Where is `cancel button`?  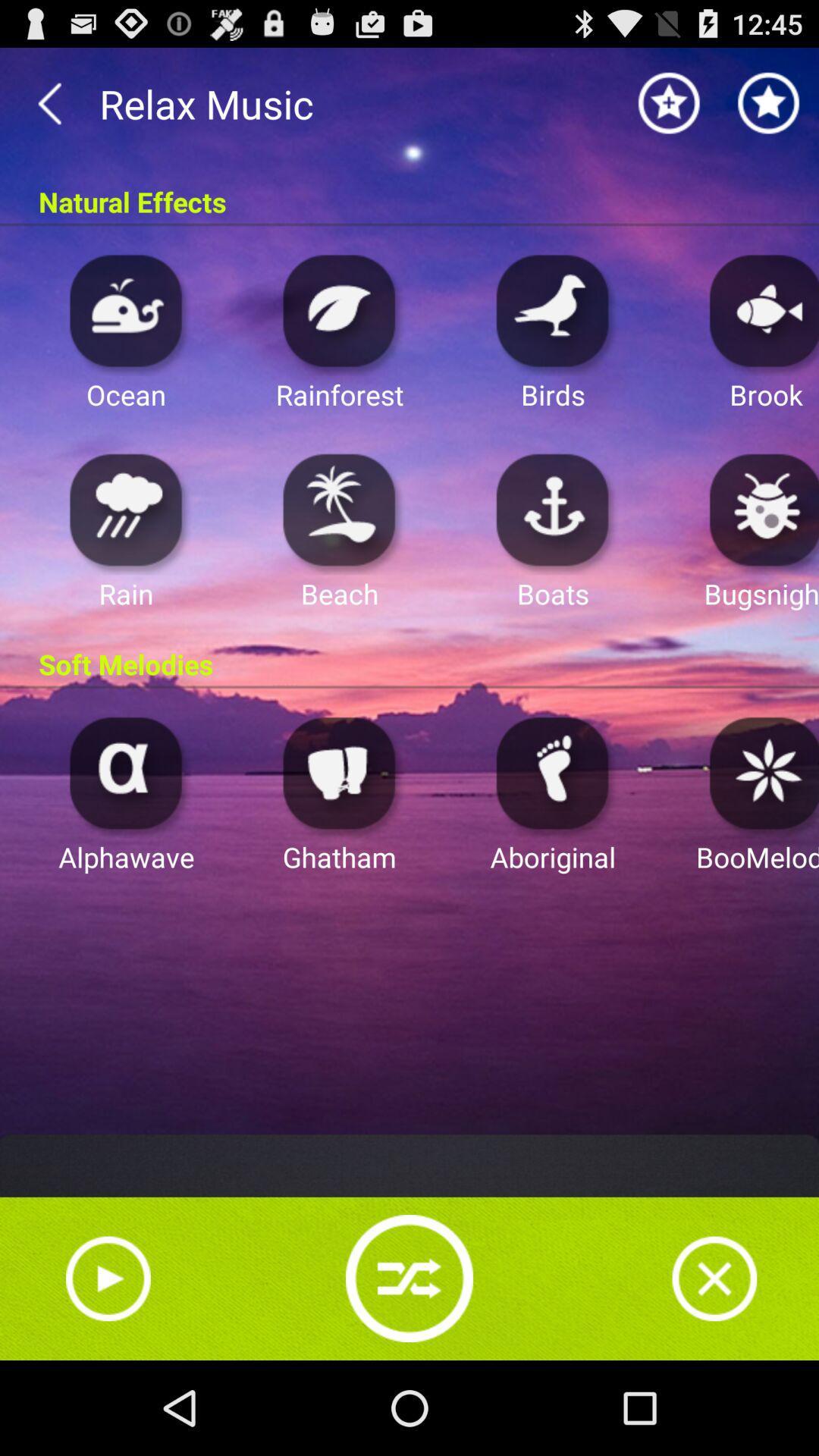 cancel button is located at coordinates (714, 1278).